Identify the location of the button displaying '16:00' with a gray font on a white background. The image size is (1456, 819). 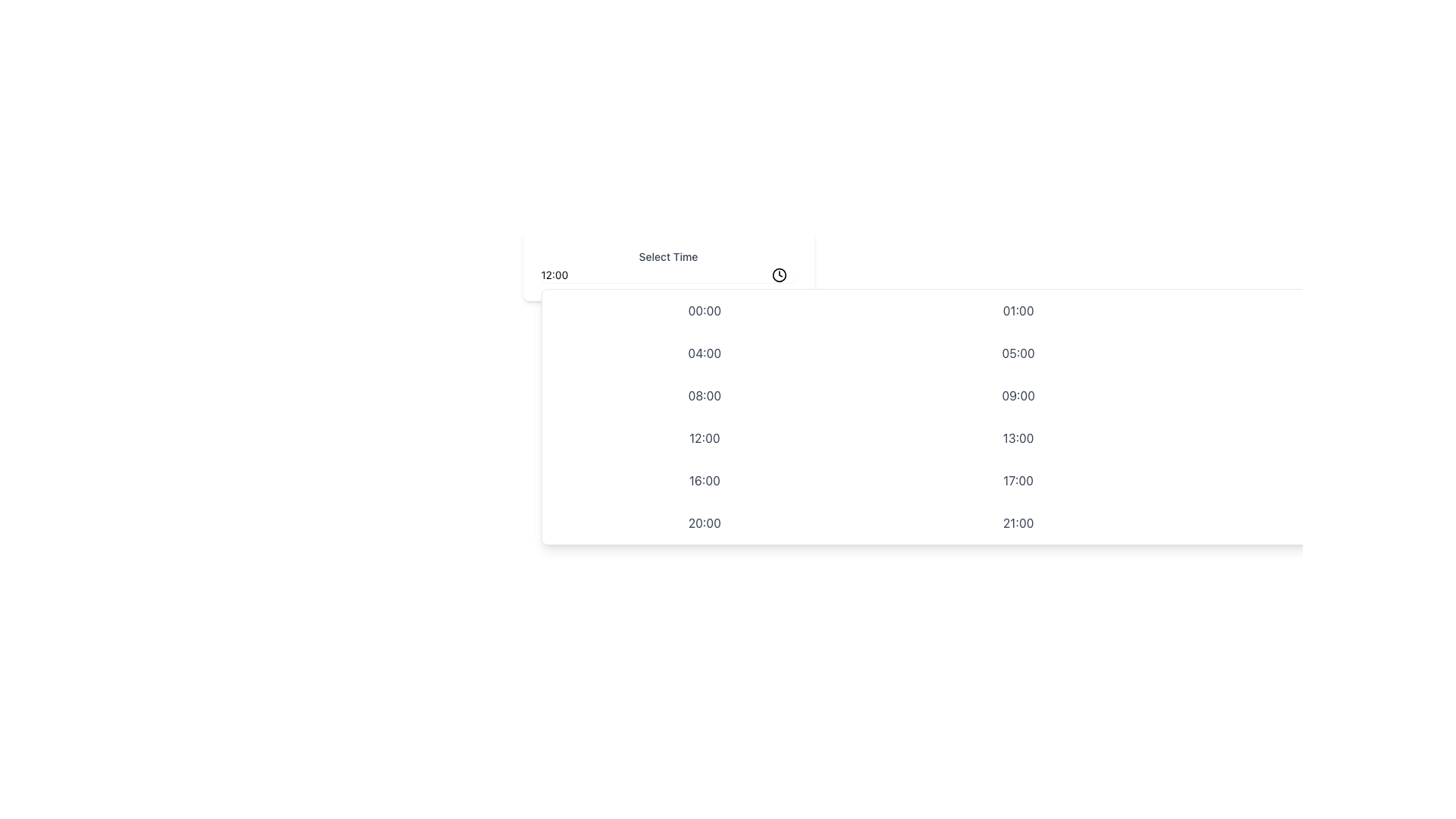
(704, 480).